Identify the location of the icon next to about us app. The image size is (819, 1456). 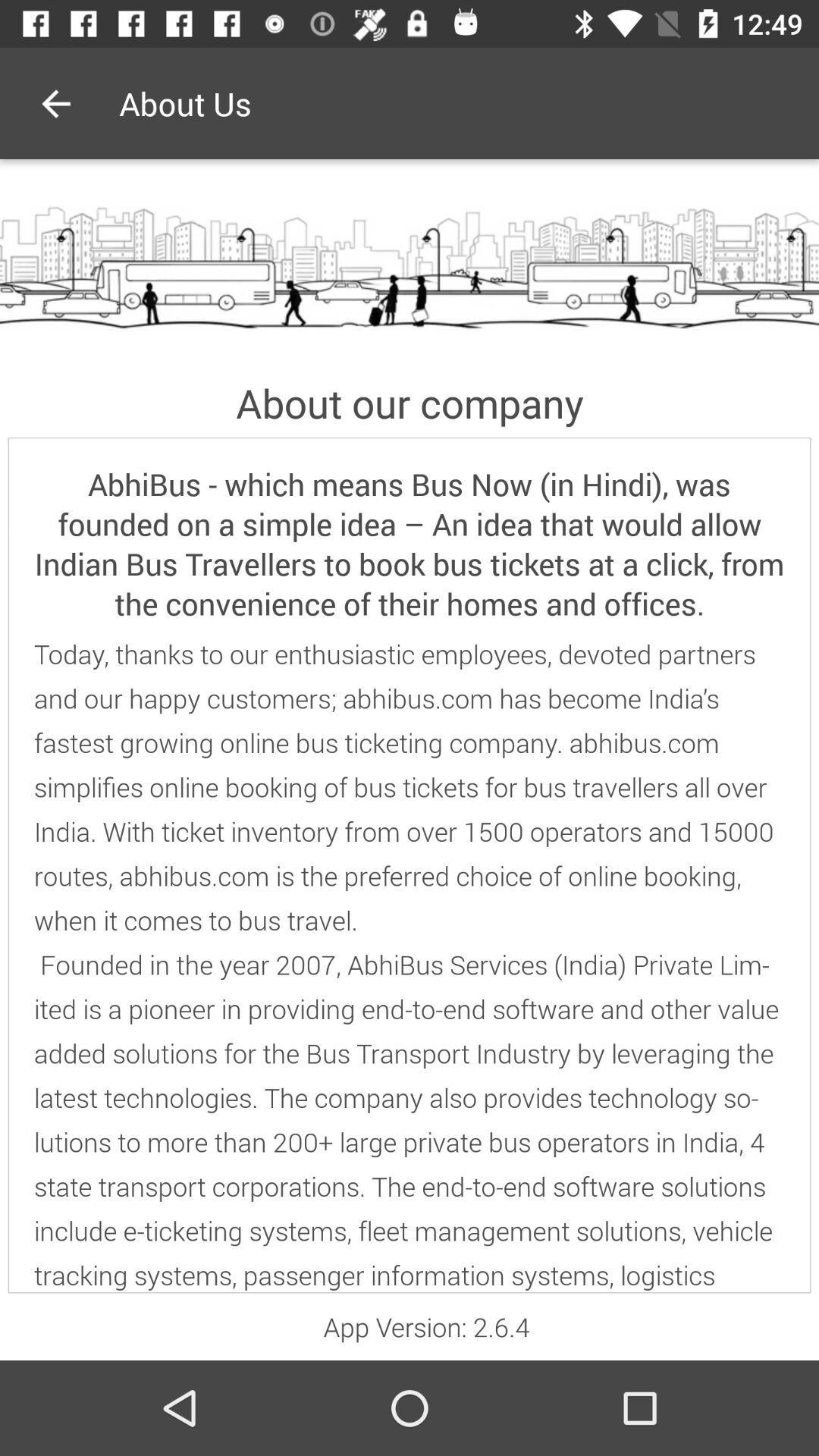
(55, 102).